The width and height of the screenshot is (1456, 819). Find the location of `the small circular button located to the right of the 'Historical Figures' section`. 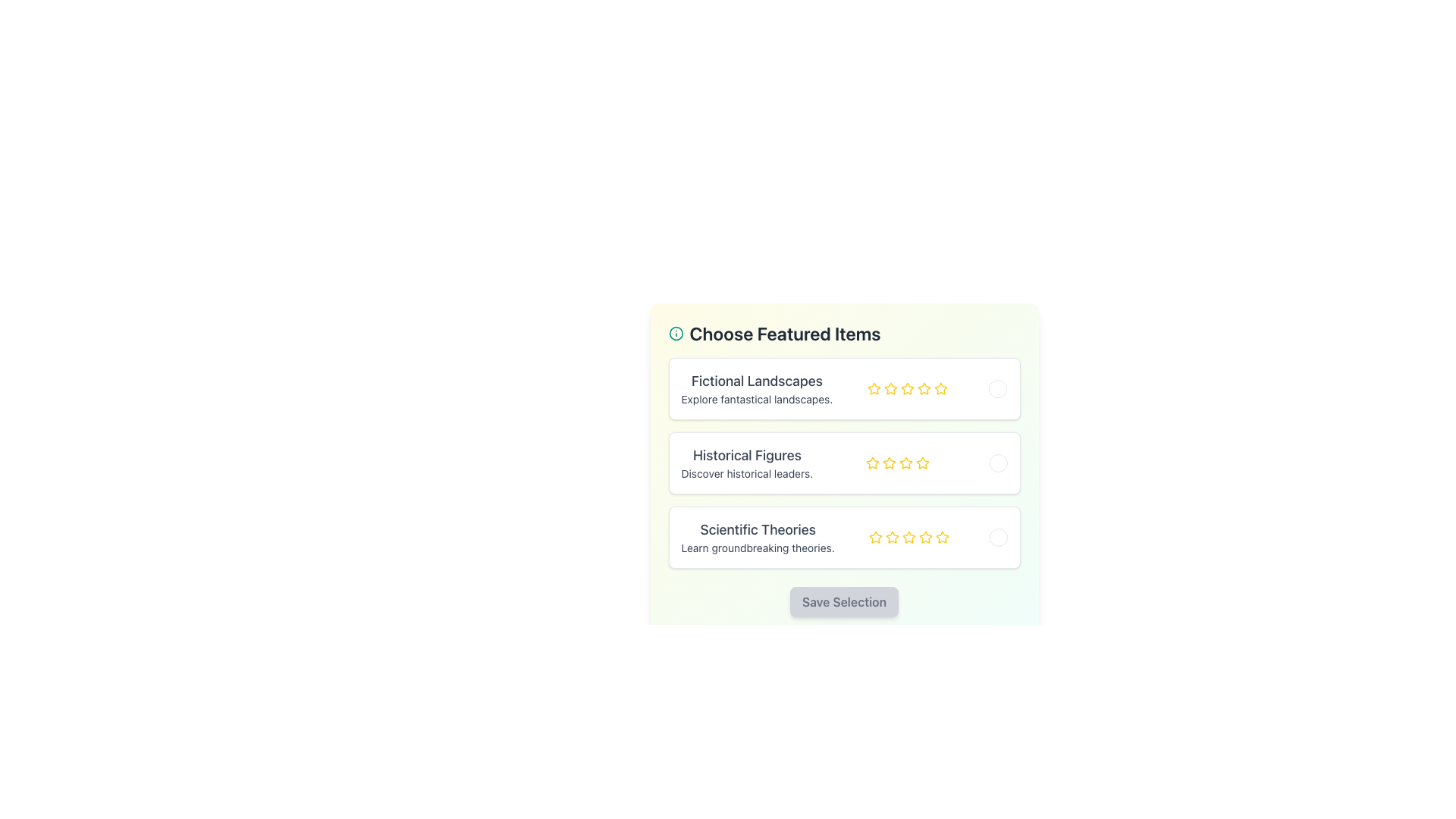

the small circular button located to the right of the 'Historical Figures' section is located at coordinates (998, 462).